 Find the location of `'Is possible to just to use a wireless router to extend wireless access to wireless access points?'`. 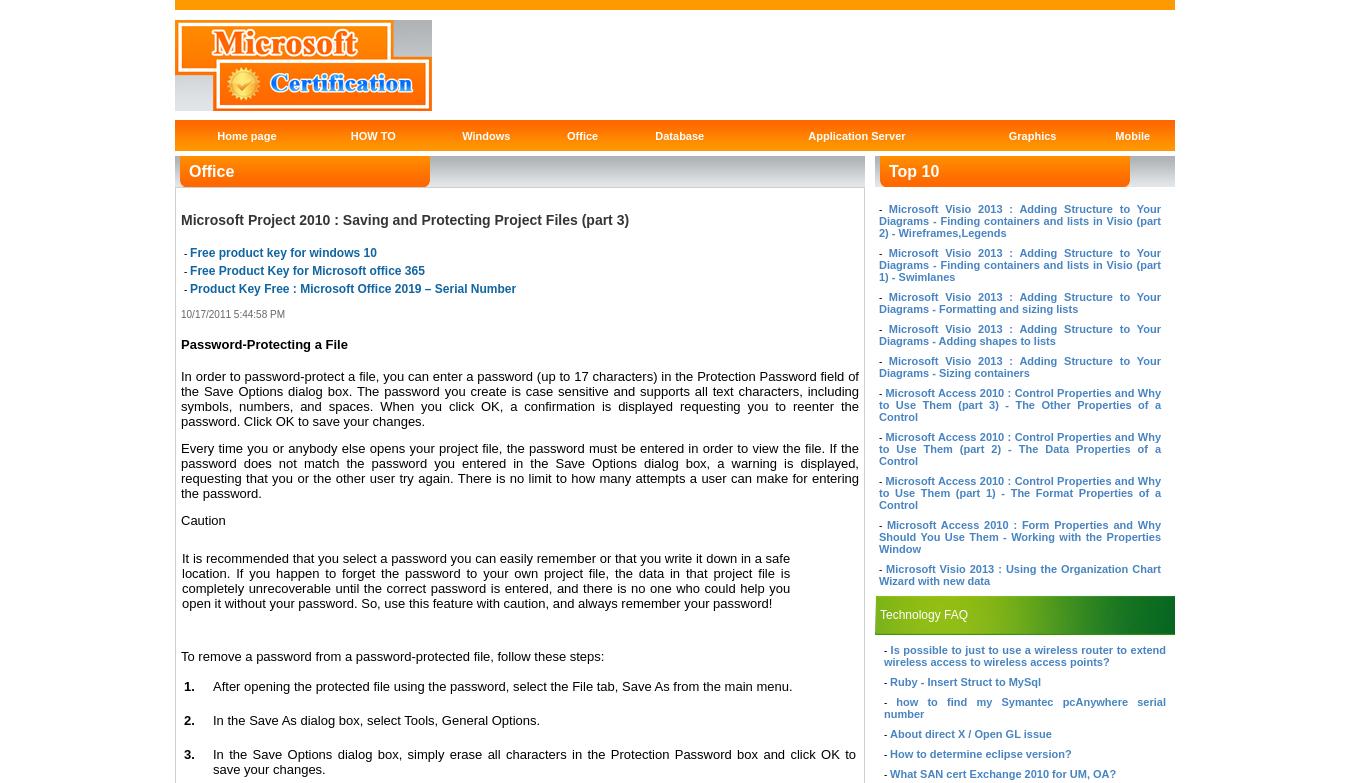

'Is possible to just to use a wireless router to extend wireless access to wireless access points?' is located at coordinates (1025, 654).